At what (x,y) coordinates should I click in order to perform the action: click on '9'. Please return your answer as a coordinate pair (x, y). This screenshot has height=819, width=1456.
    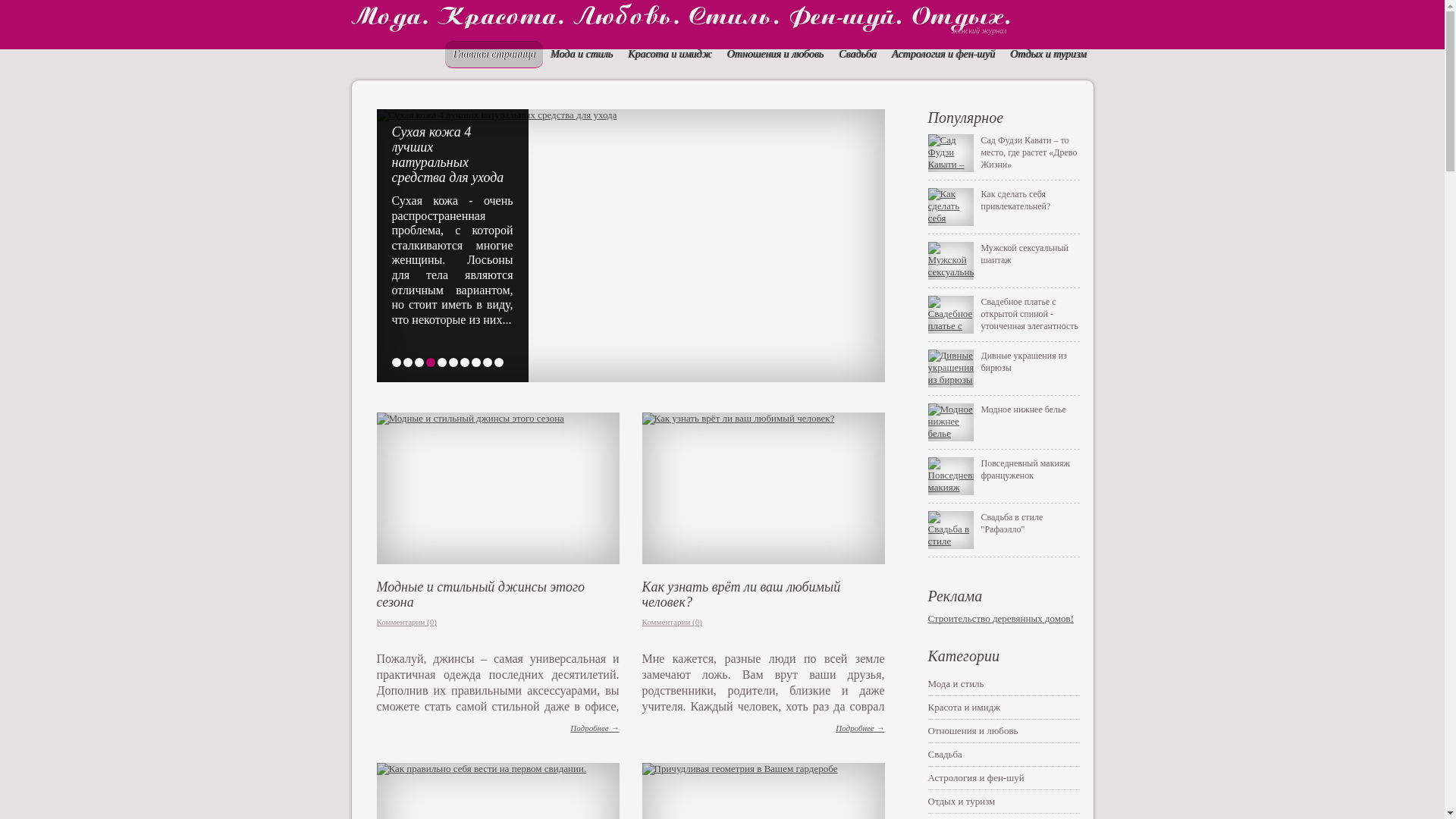
    Looking at the image, I should click on (481, 362).